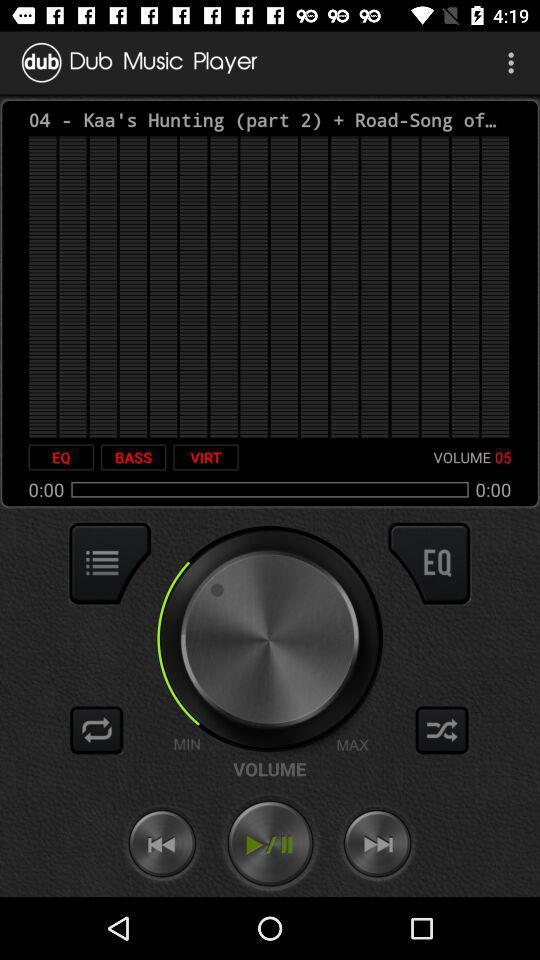 The height and width of the screenshot is (960, 540). I want to click on eq   icon, so click(61, 457).